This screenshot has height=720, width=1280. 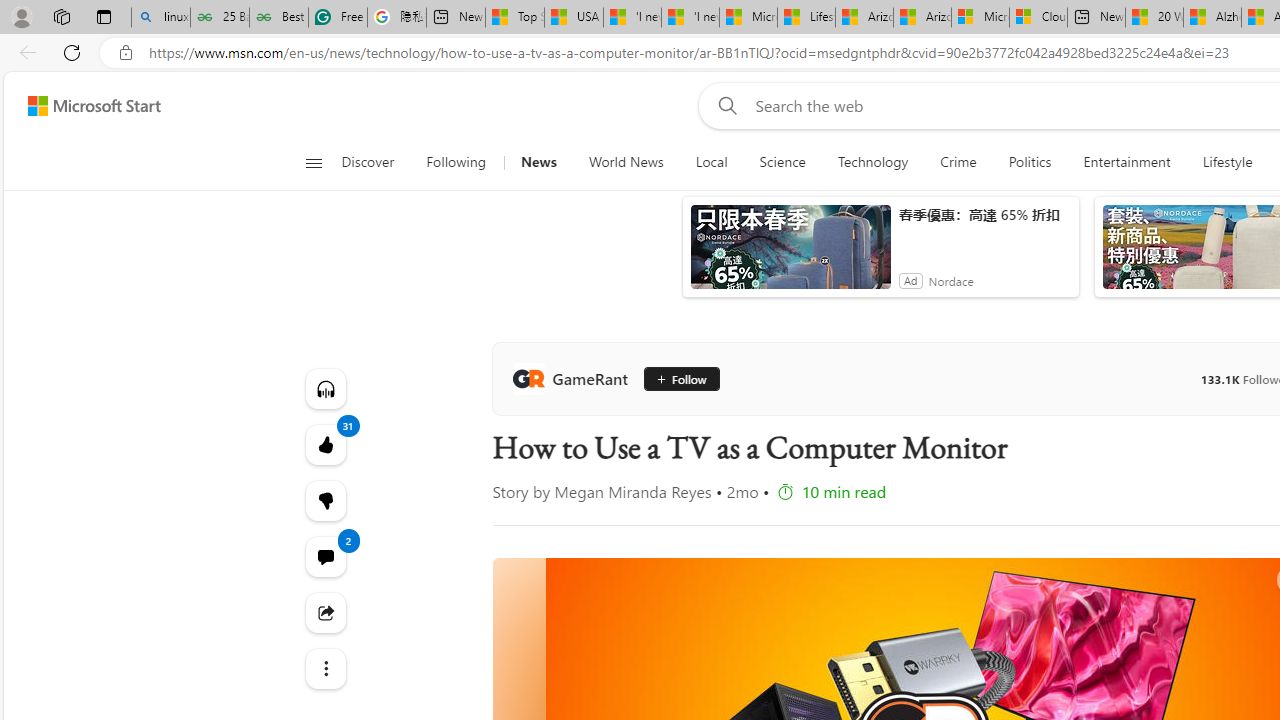 I want to click on '31 Like', so click(x=325, y=443).